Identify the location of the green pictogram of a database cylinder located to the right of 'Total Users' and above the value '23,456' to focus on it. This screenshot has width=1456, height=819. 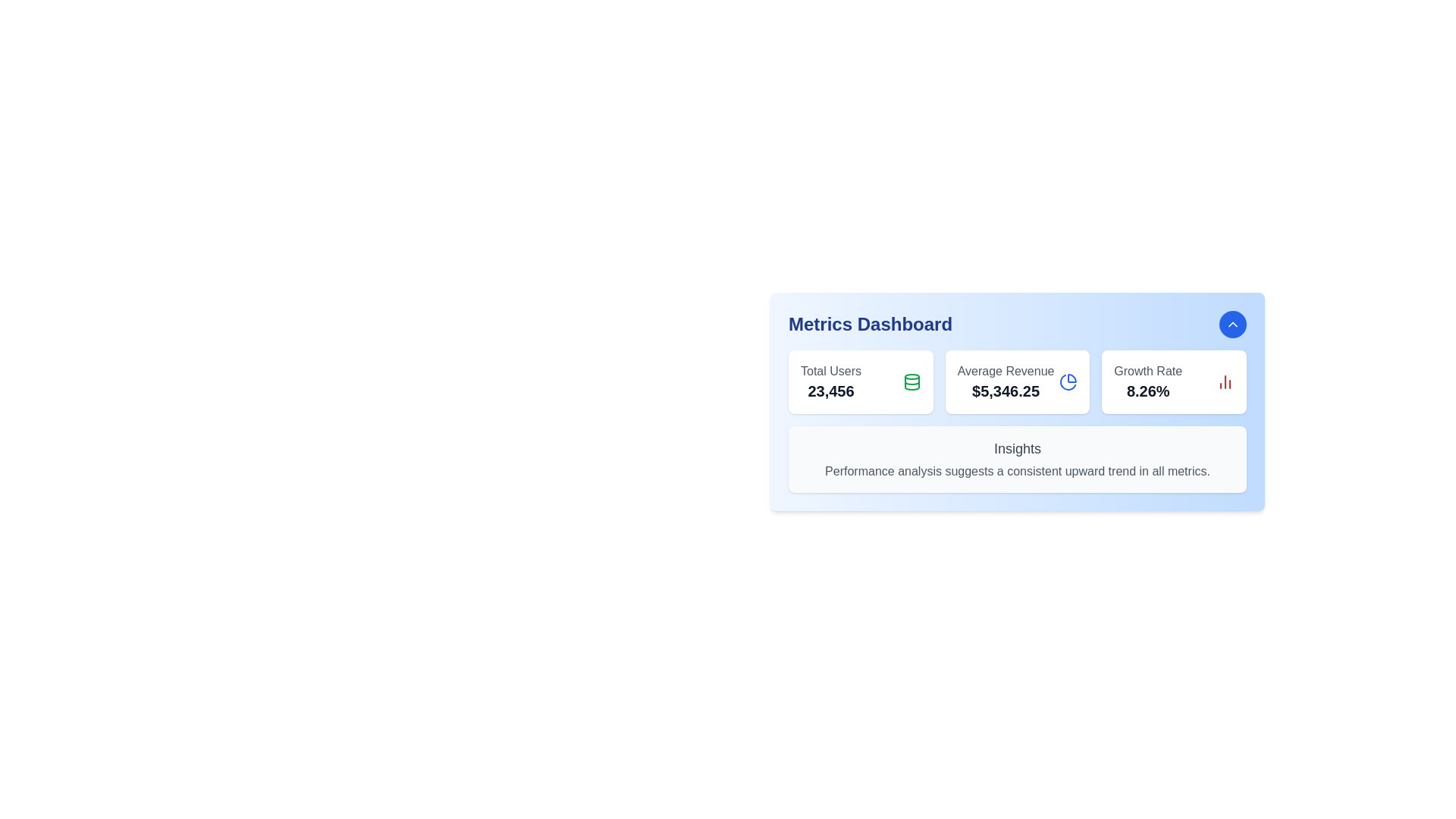
(911, 381).